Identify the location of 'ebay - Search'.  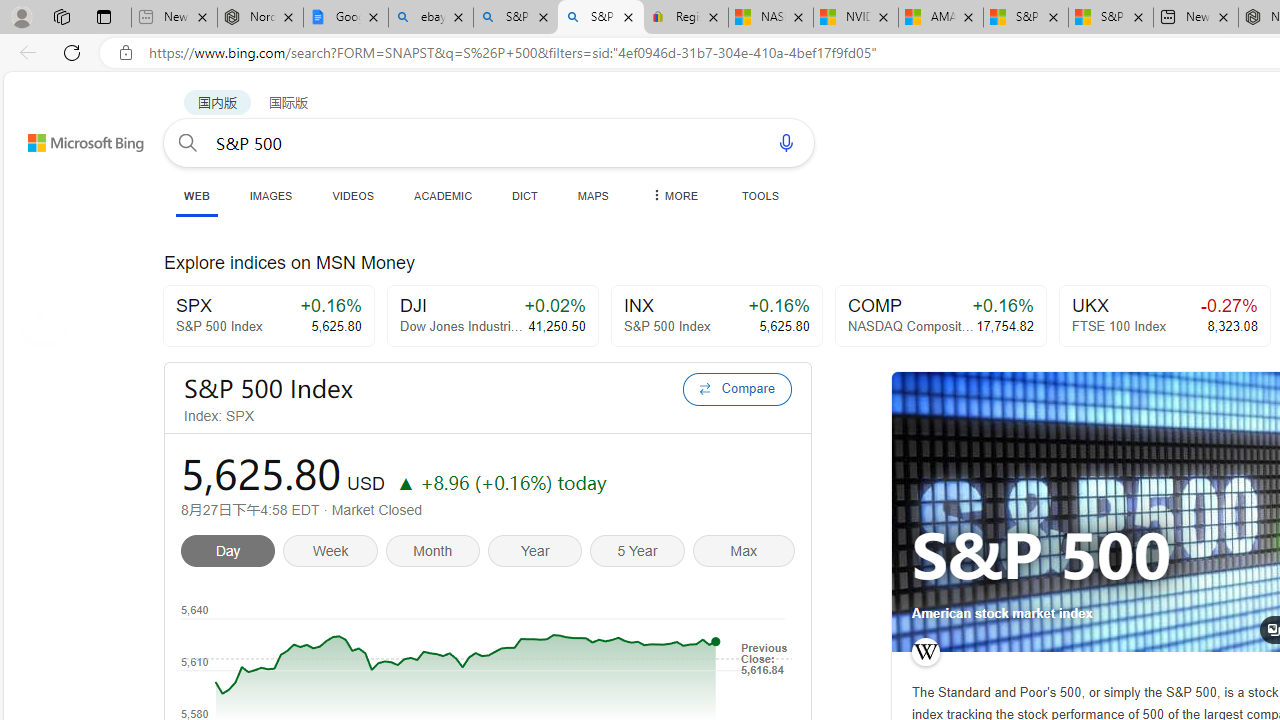
(430, 17).